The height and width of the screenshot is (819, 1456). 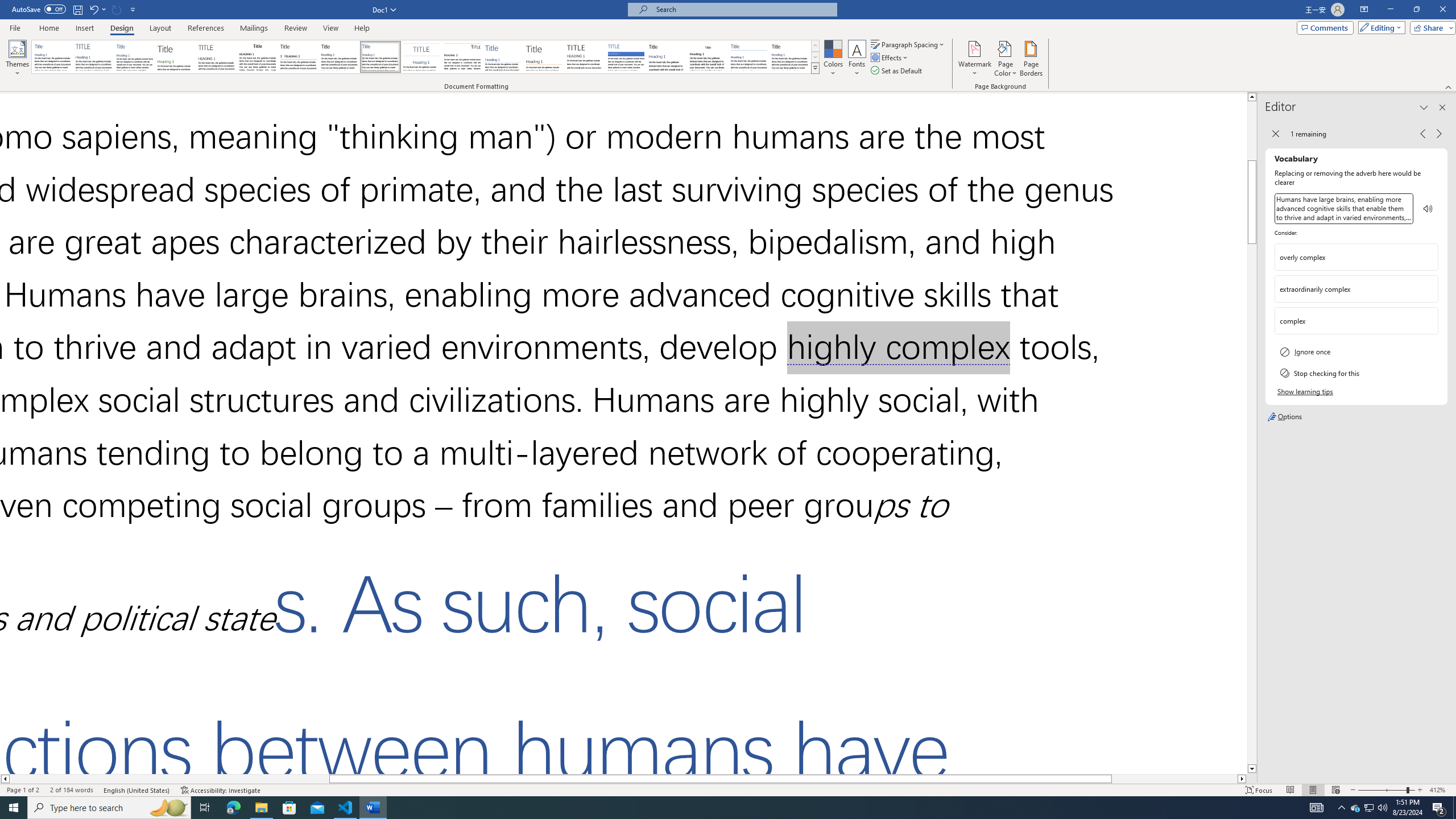 I want to click on 'Black & White (Classic)', so click(x=257, y=56).